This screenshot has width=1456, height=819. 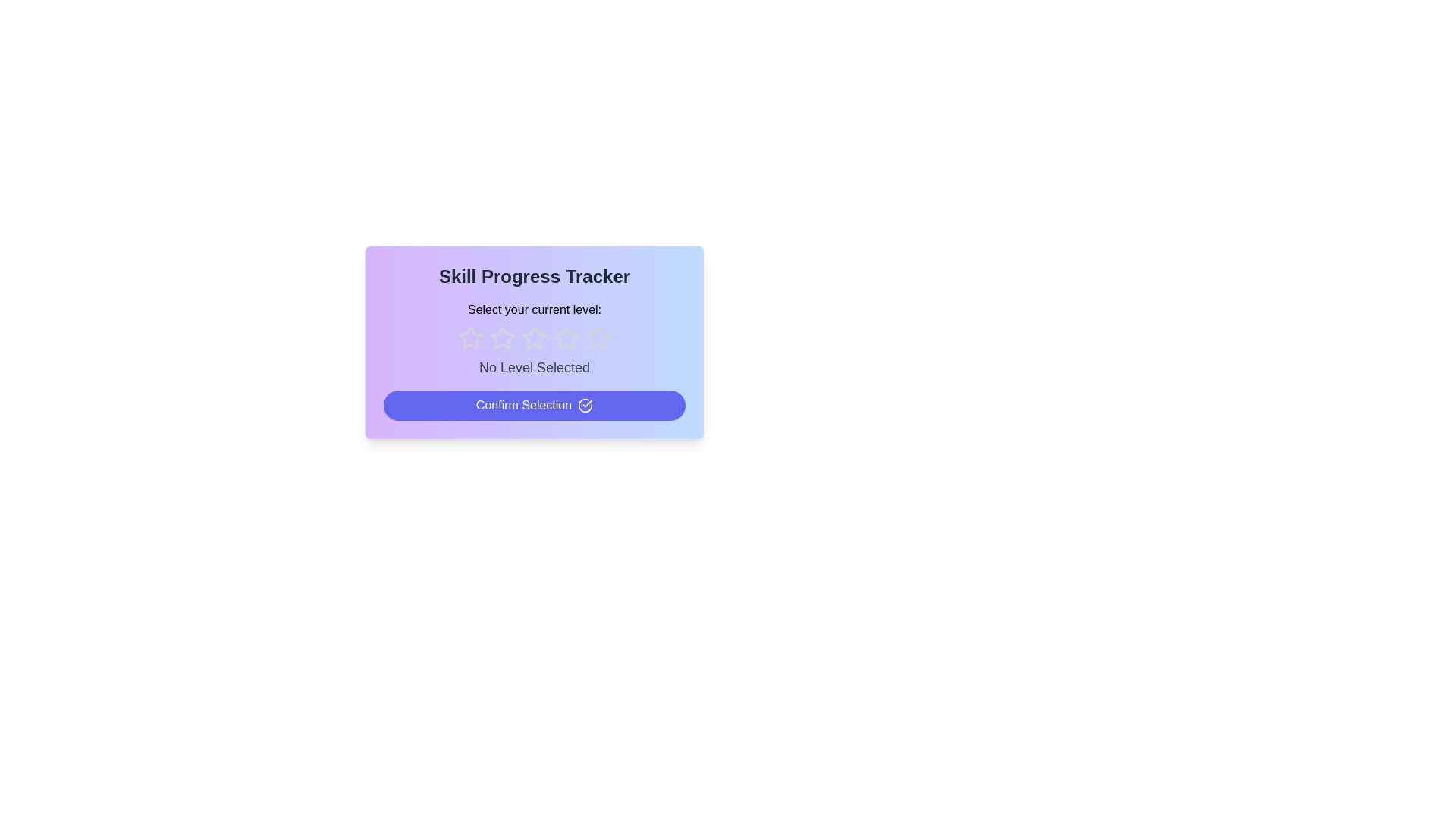 I want to click on the star corresponding to 5 to preview the rating, so click(x=597, y=337).